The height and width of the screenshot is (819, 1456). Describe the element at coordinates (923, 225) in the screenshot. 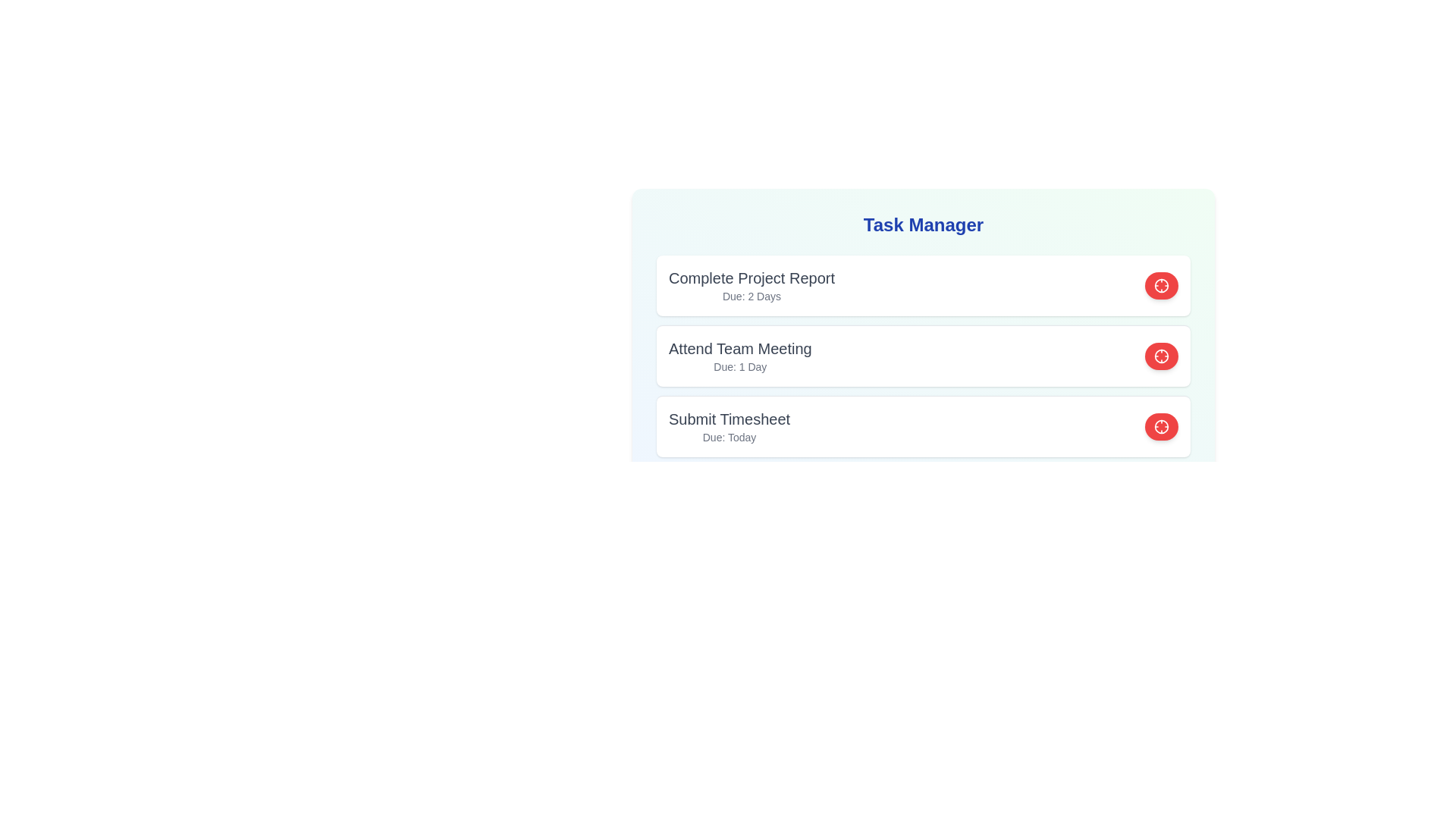

I see `the blue-colored, bold-font title text 'Task Manager' located at the top of the card interface` at that location.